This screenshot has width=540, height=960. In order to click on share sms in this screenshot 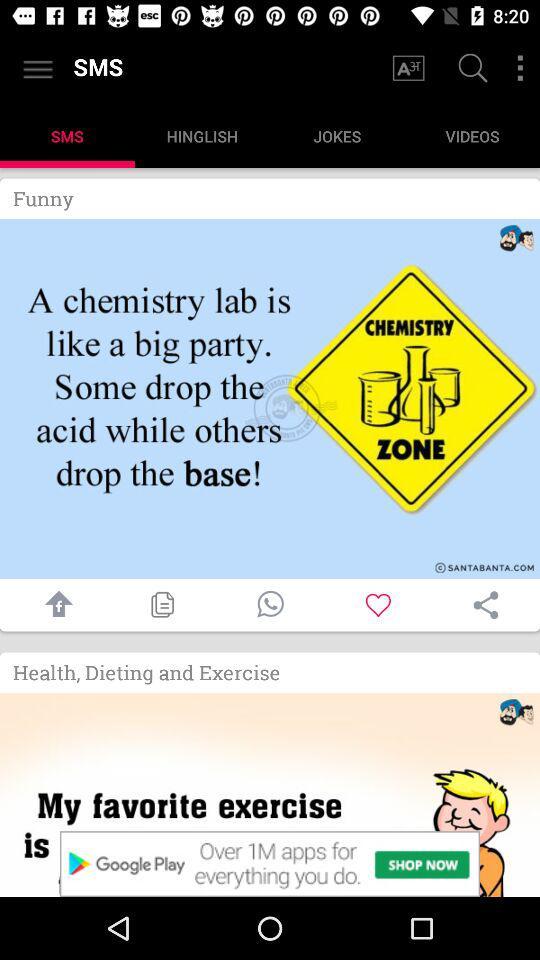, I will do `click(485, 604)`.